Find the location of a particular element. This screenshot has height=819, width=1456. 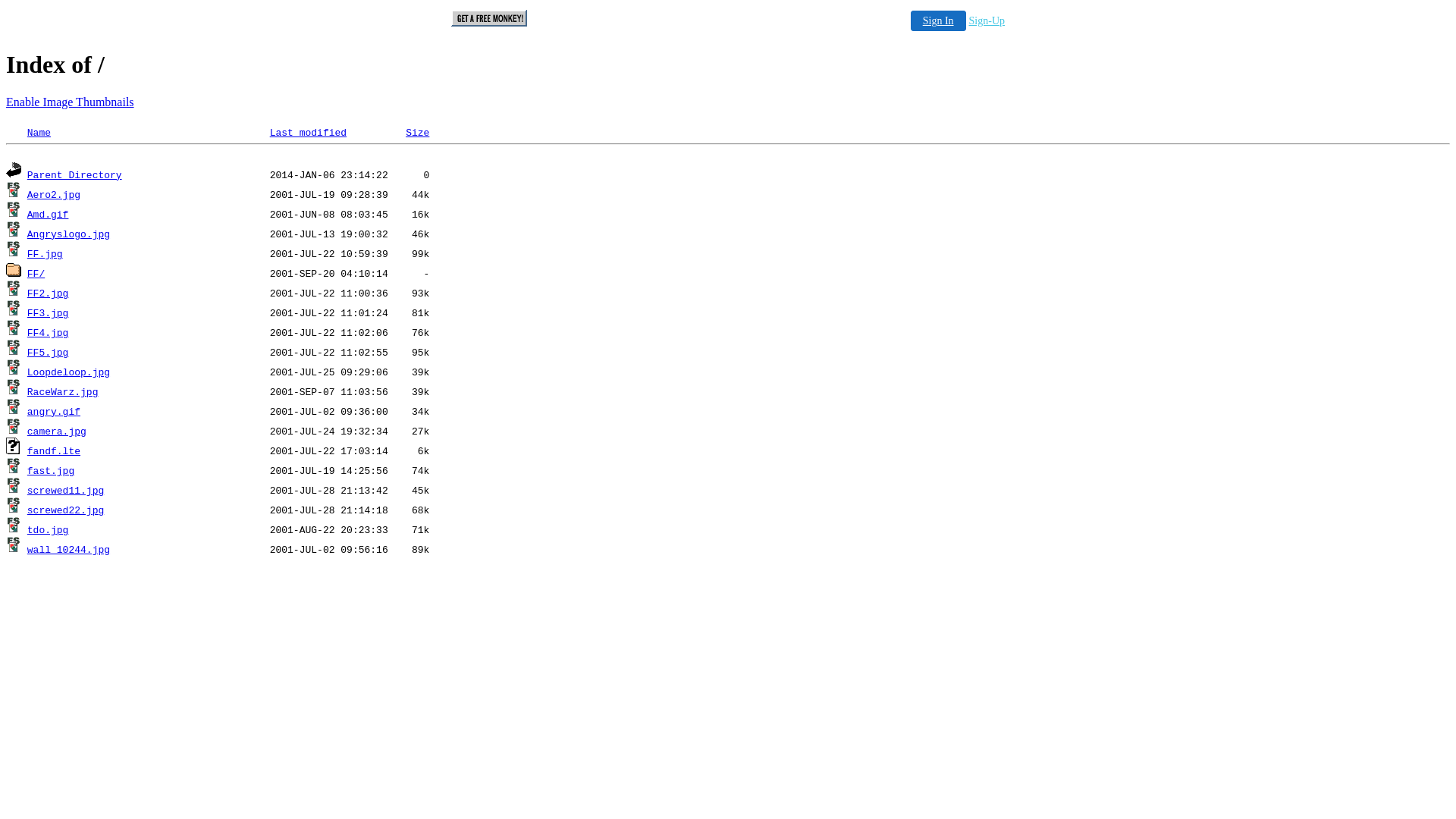

'Amd.gif' is located at coordinates (48, 215).